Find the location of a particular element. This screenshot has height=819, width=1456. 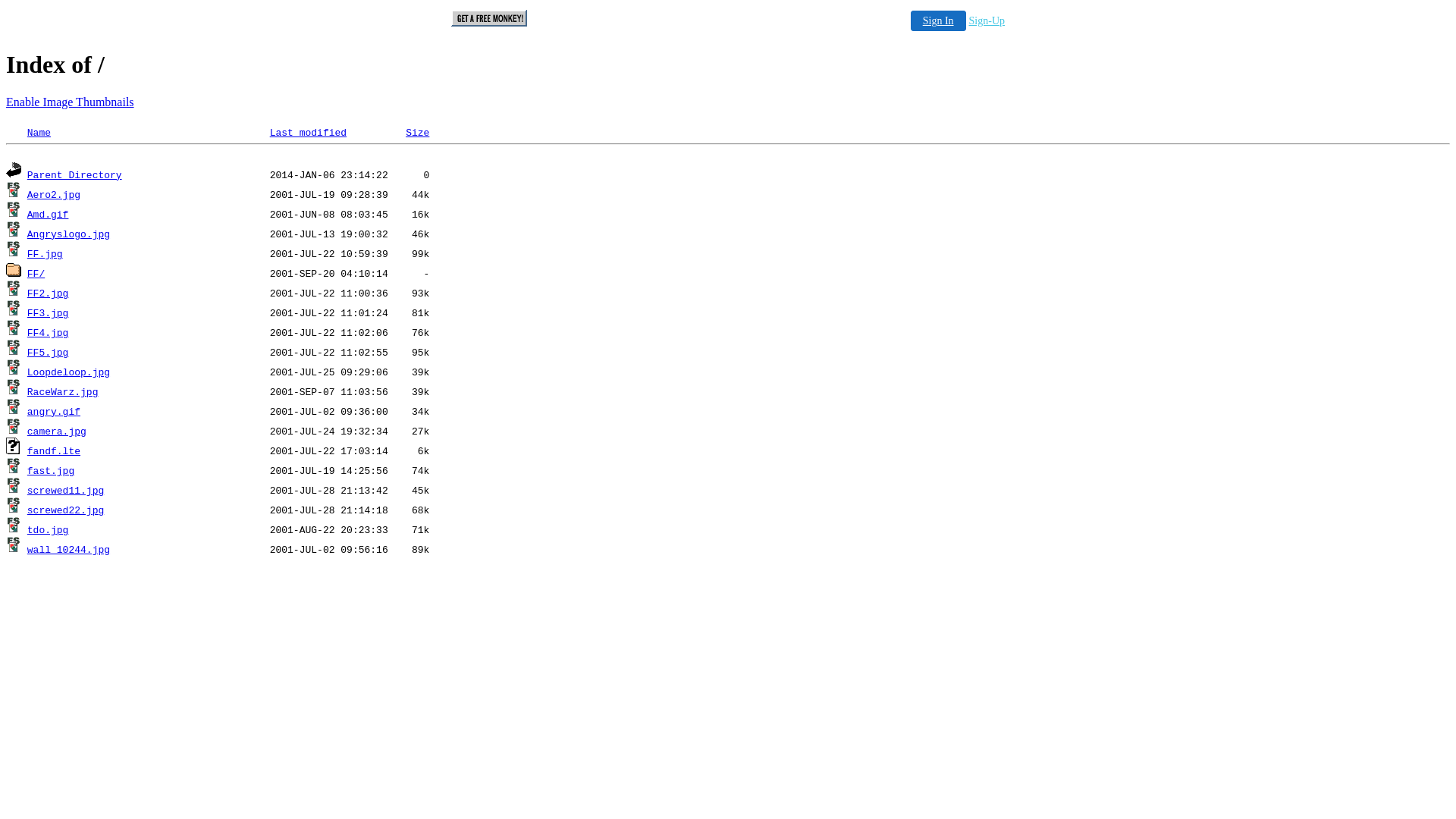

'Amd.gif' is located at coordinates (48, 215).